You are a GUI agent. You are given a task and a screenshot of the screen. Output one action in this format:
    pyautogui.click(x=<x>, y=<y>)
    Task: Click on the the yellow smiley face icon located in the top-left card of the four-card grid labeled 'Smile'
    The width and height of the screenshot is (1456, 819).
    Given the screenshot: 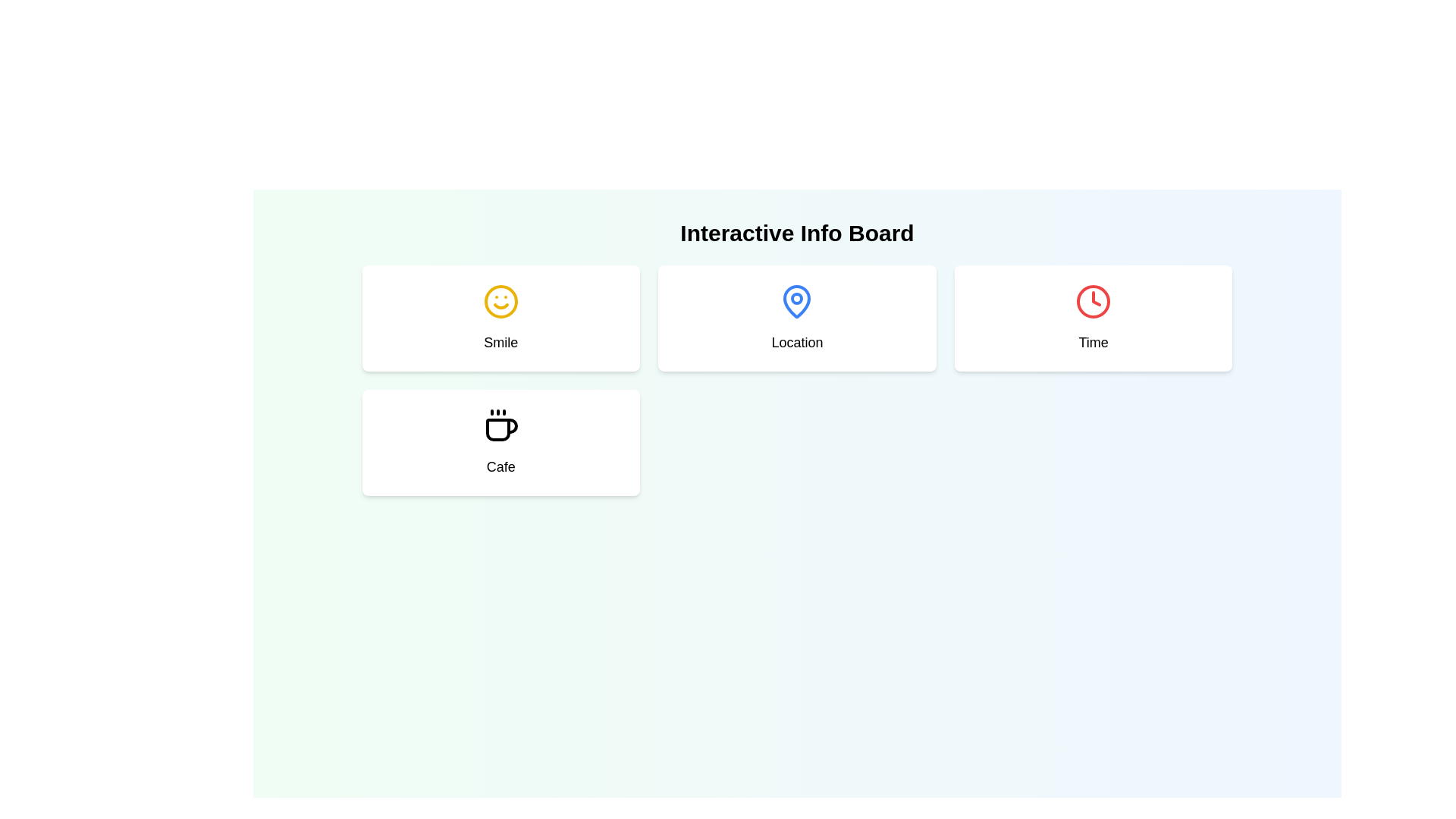 What is the action you would take?
    pyautogui.click(x=500, y=301)
    